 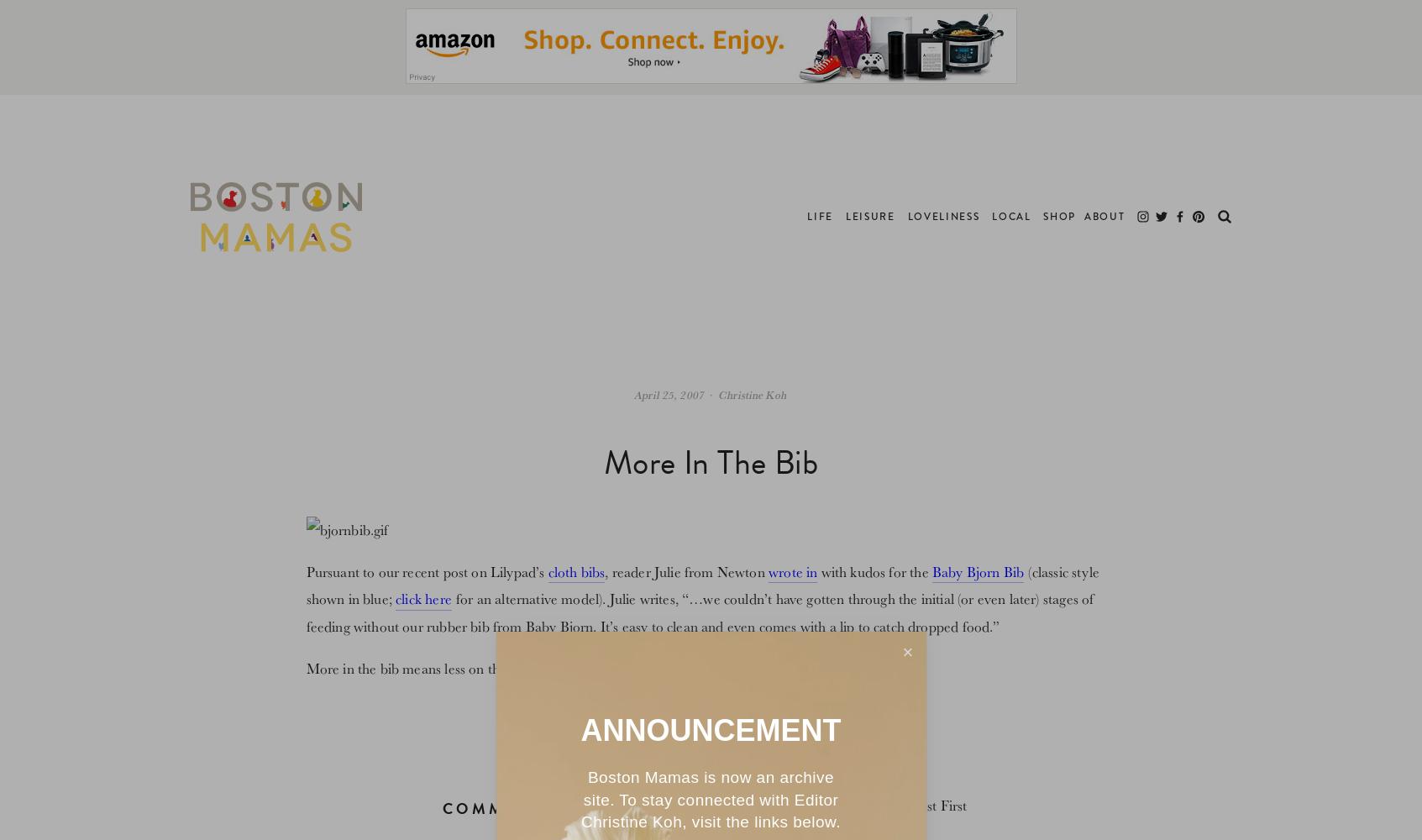 I want to click on 'Christine Koh', so click(x=752, y=393).